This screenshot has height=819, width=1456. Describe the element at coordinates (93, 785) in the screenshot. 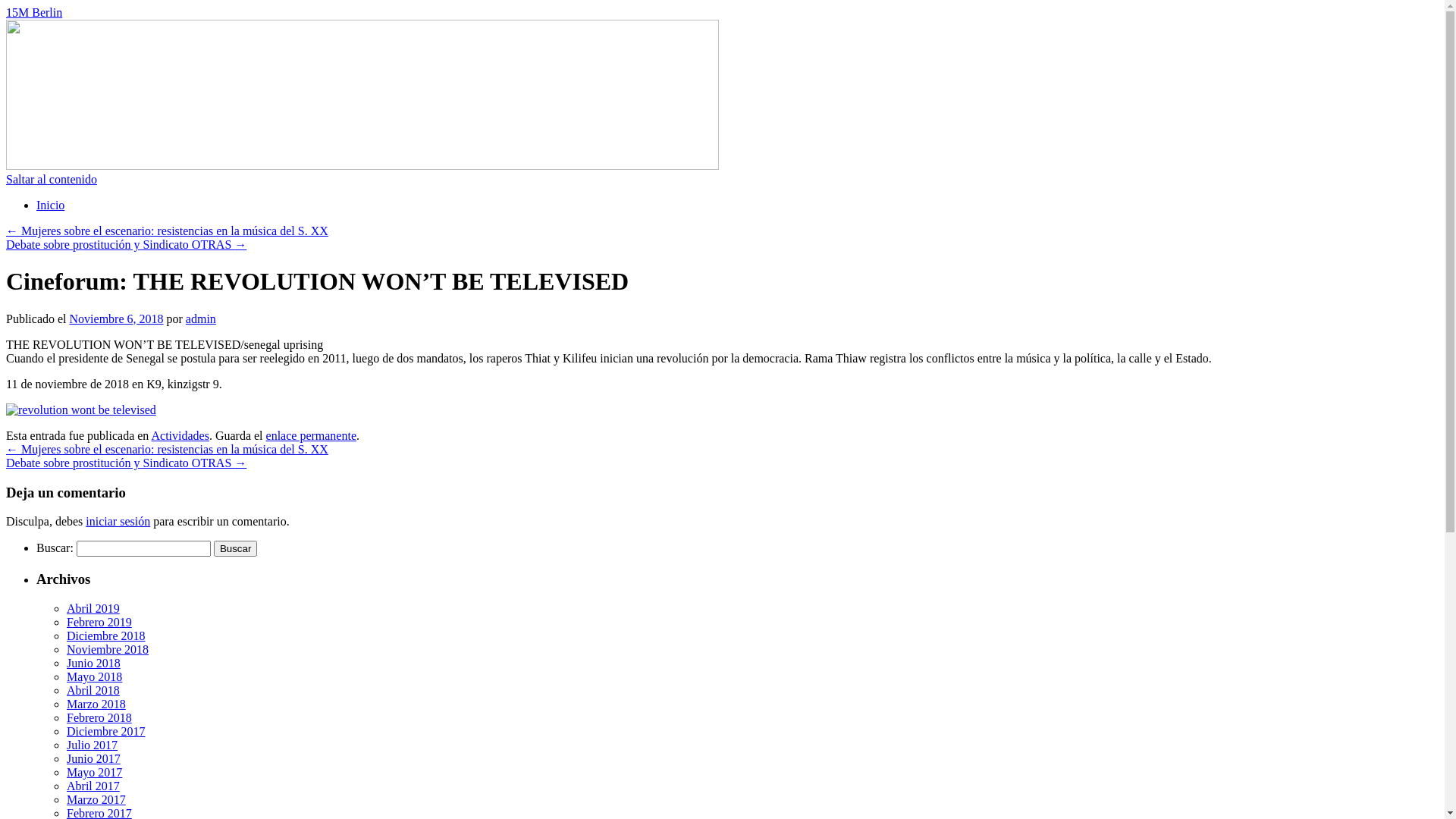

I see `'Abril 2017'` at that location.